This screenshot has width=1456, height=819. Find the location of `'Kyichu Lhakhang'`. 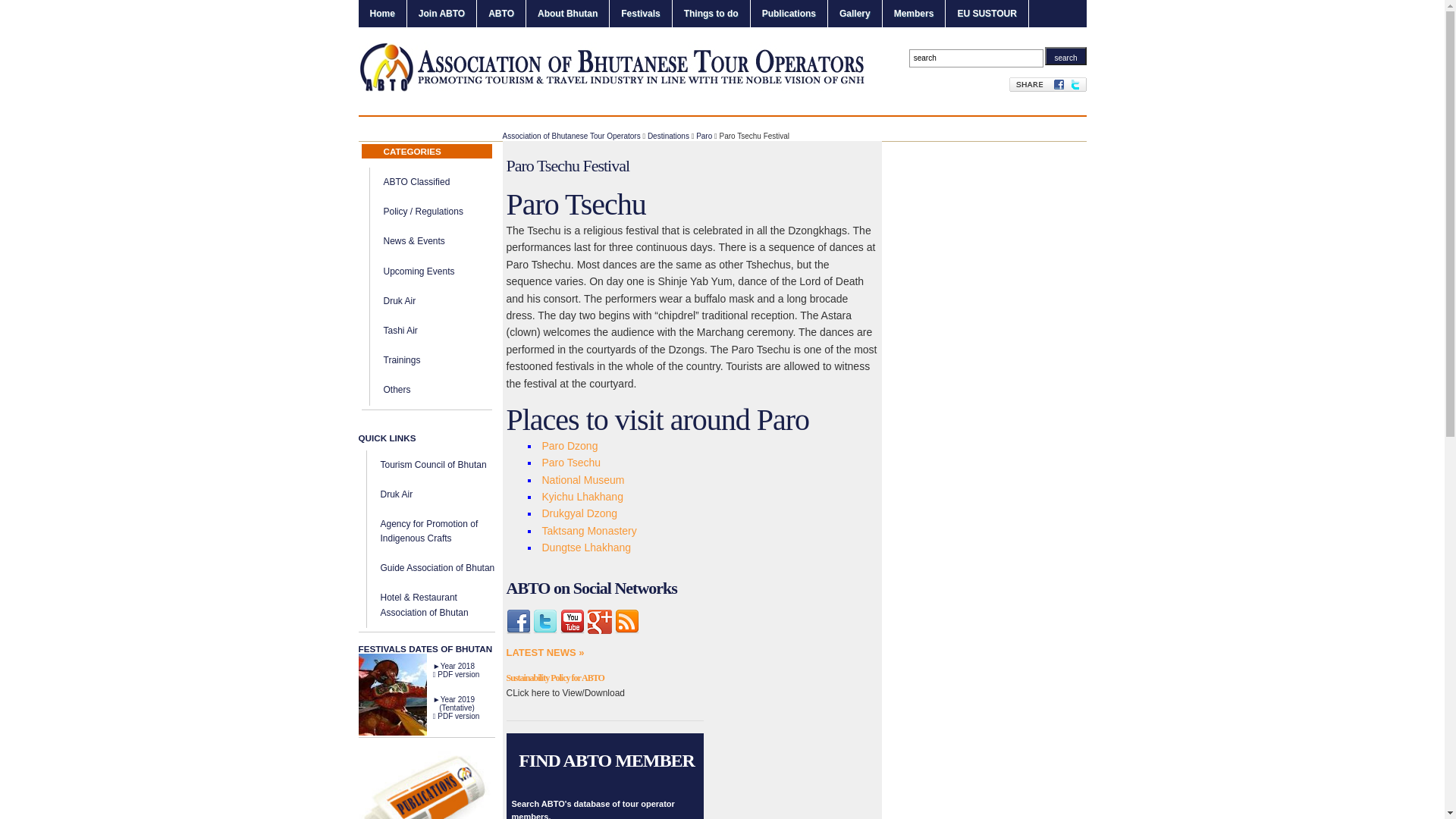

'Kyichu Lhakhang' is located at coordinates (581, 497).